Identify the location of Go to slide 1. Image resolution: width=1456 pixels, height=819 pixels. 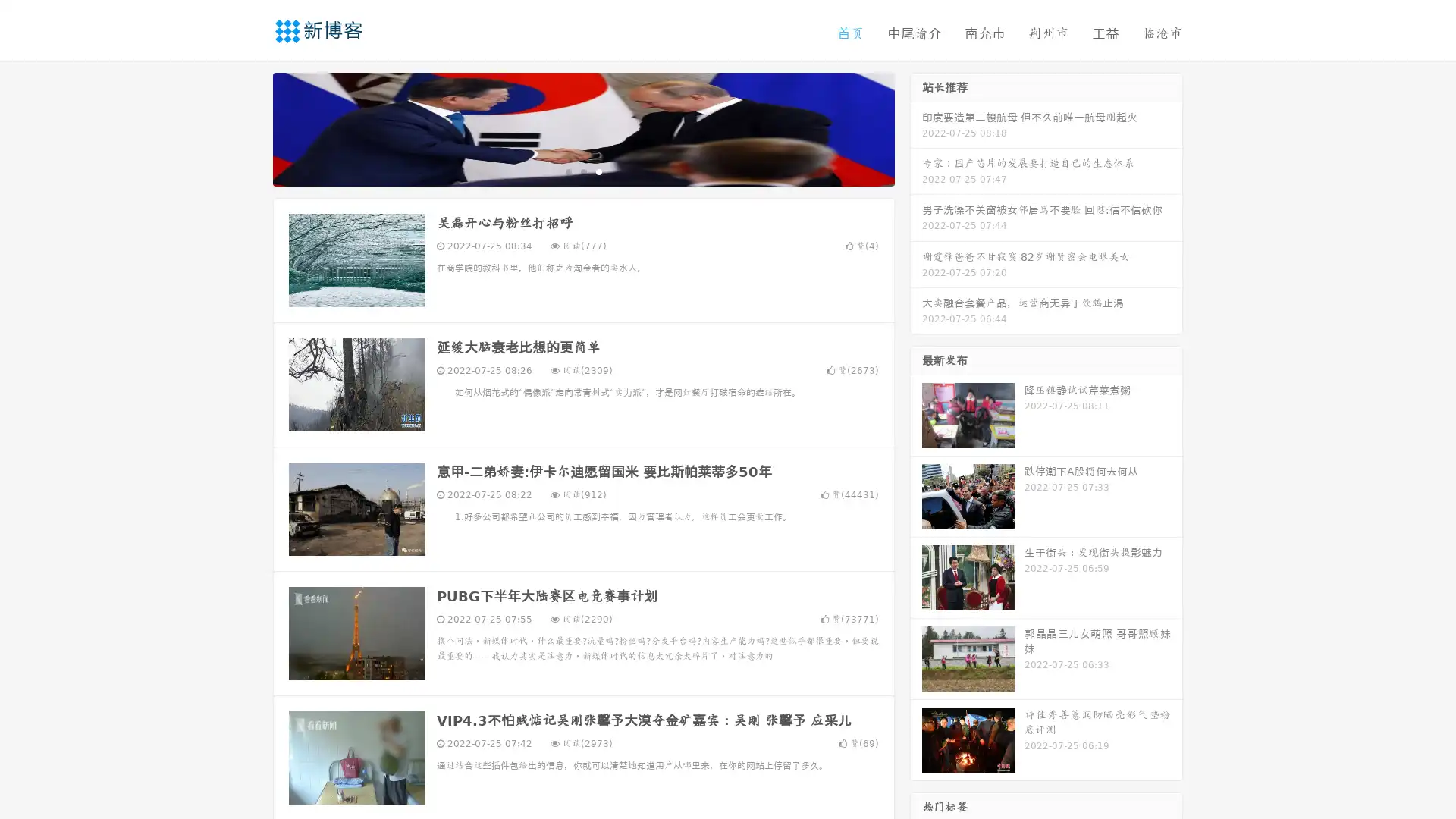
(567, 171).